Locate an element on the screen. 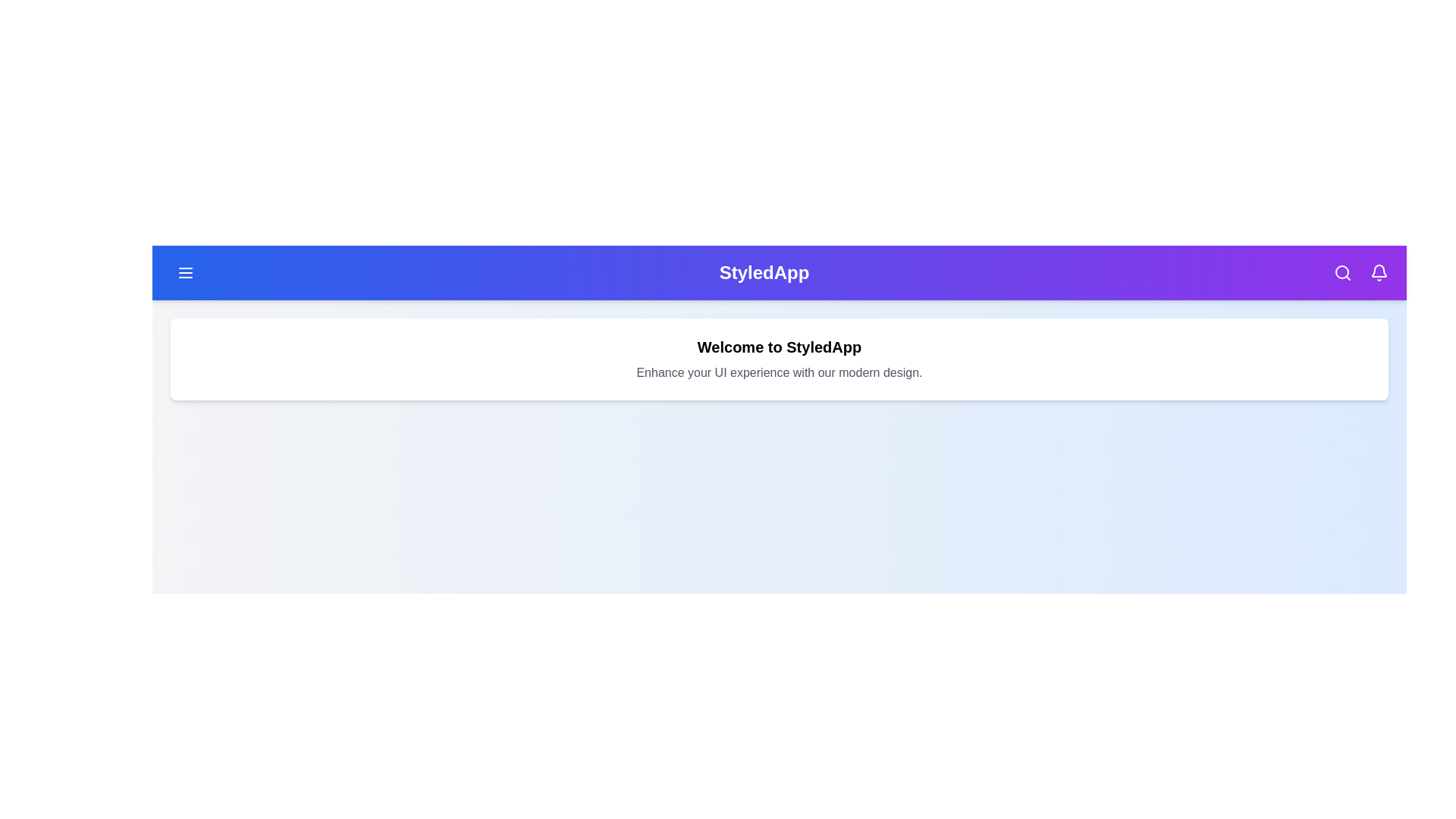 This screenshot has height=819, width=1456. the app title 'StyledApp' in the center of the app bar is located at coordinates (764, 271).